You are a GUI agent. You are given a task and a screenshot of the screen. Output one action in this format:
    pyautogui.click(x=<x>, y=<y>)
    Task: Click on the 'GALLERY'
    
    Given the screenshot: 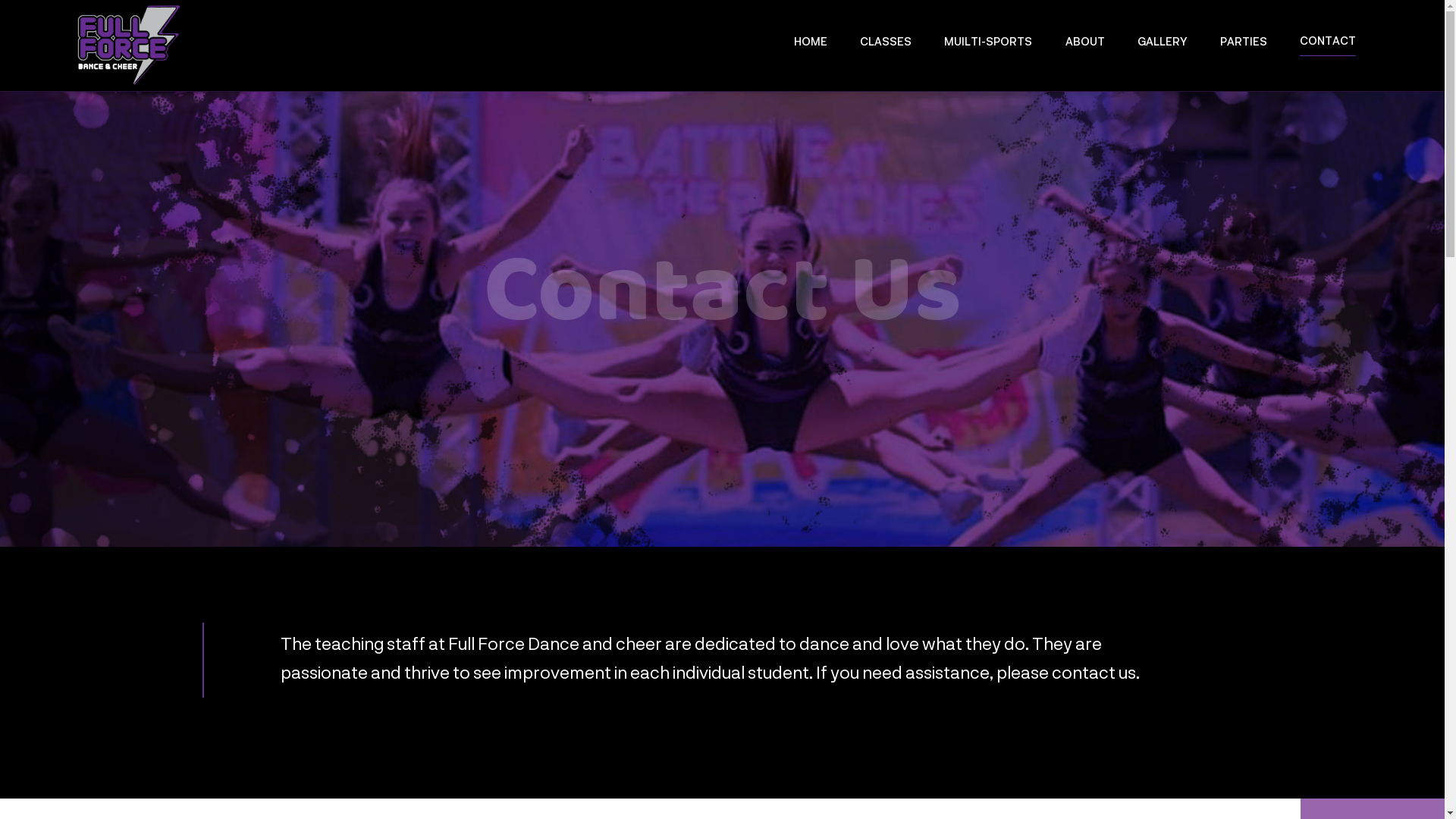 What is the action you would take?
    pyautogui.click(x=1137, y=45)
    